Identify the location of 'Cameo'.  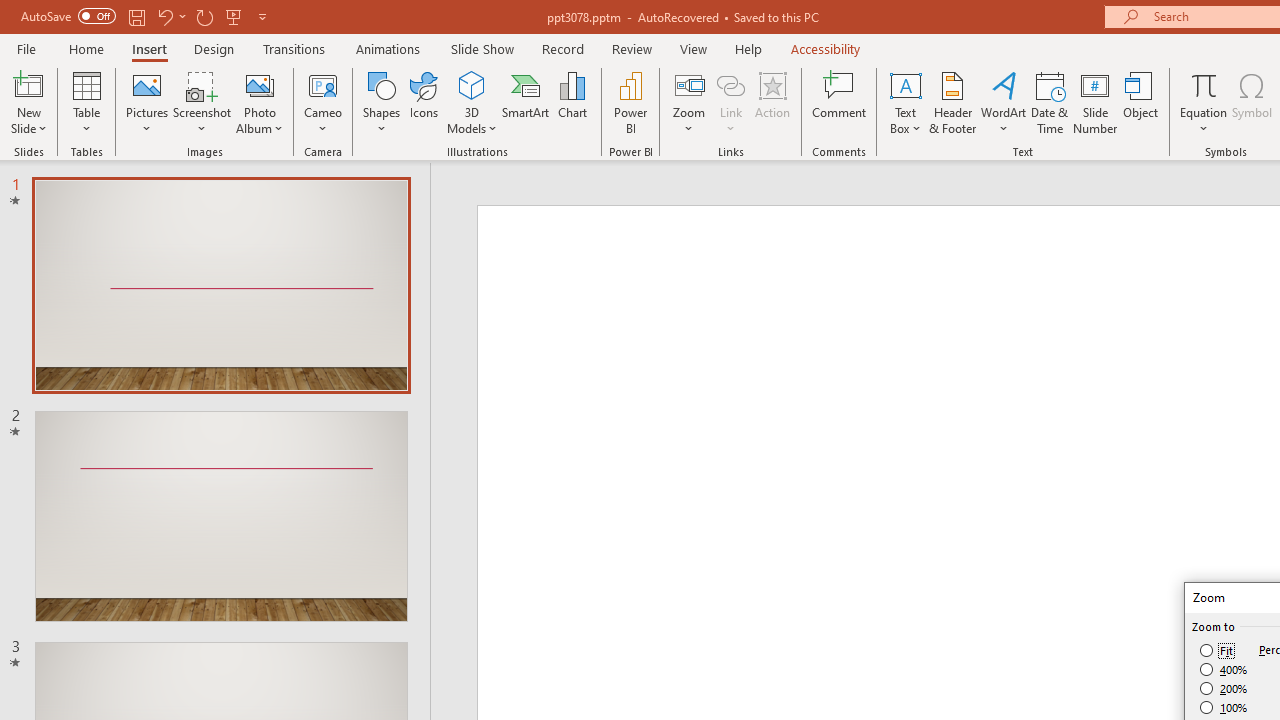
(323, 84).